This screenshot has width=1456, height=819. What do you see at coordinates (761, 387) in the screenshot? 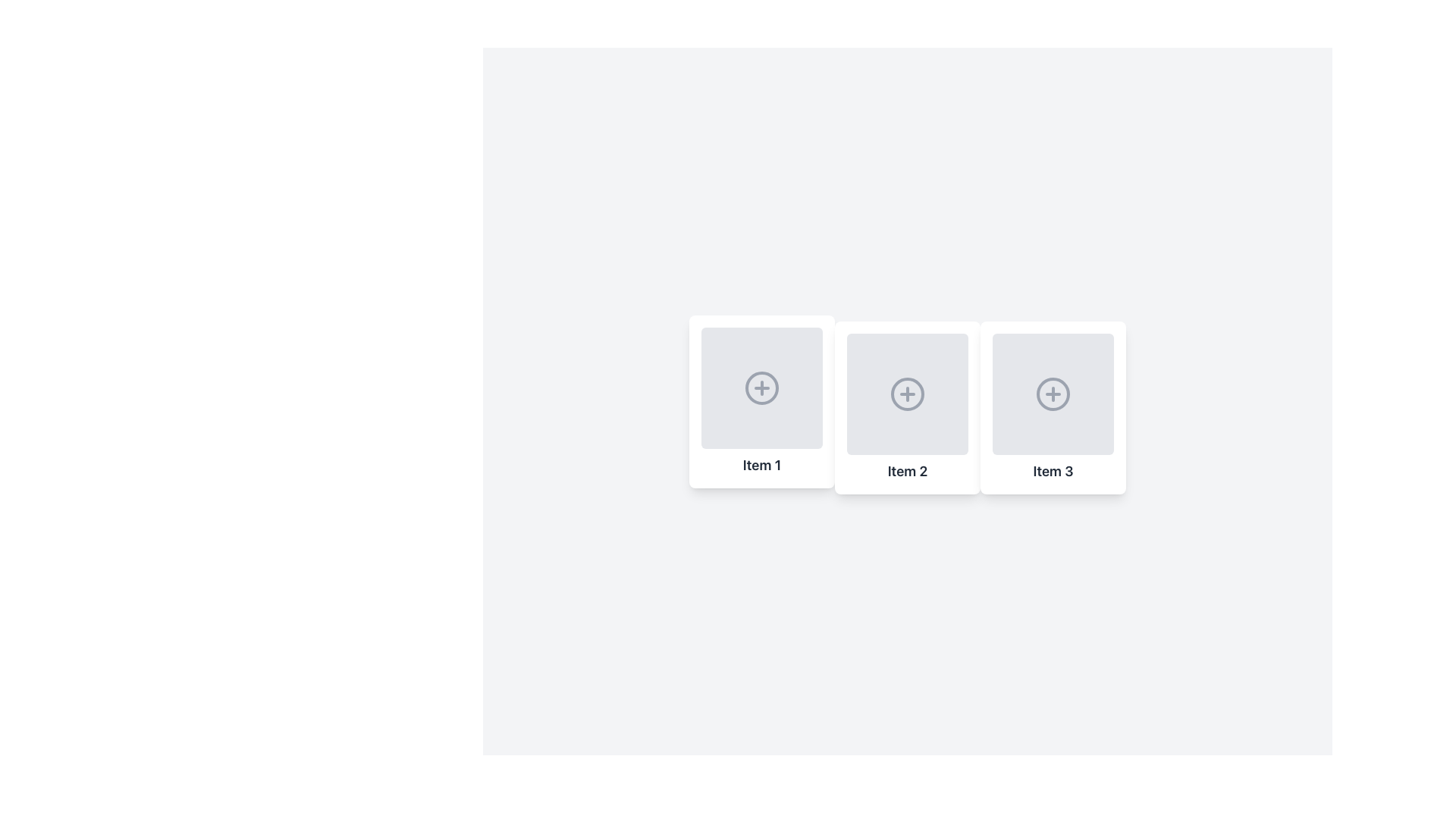
I see `circle element that is part of the plus icon in Item 1 card for UI testing` at bounding box center [761, 387].